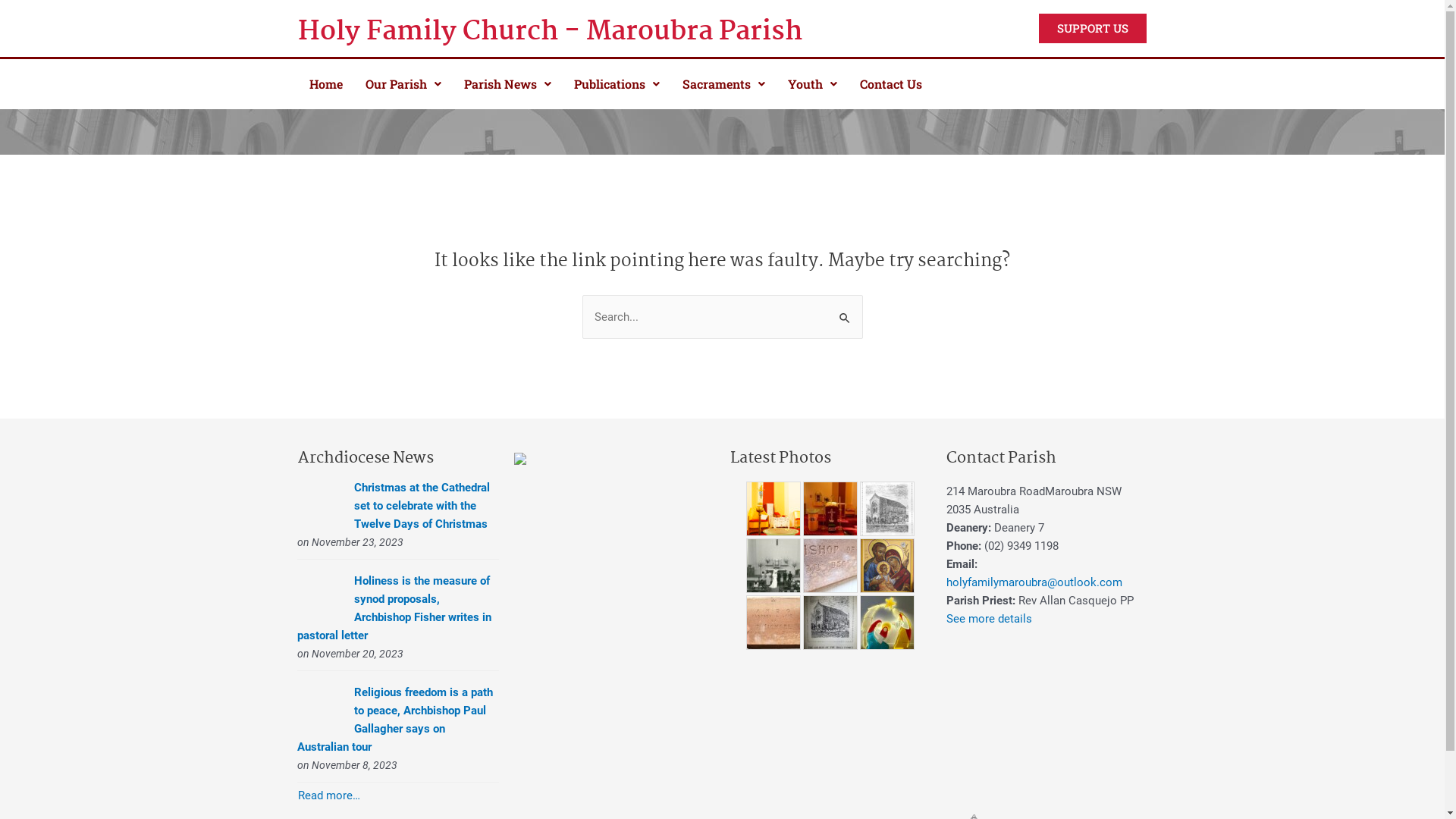 The width and height of the screenshot is (1456, 819). I want to click on 'SUPPORT US', so click(1092, 28).